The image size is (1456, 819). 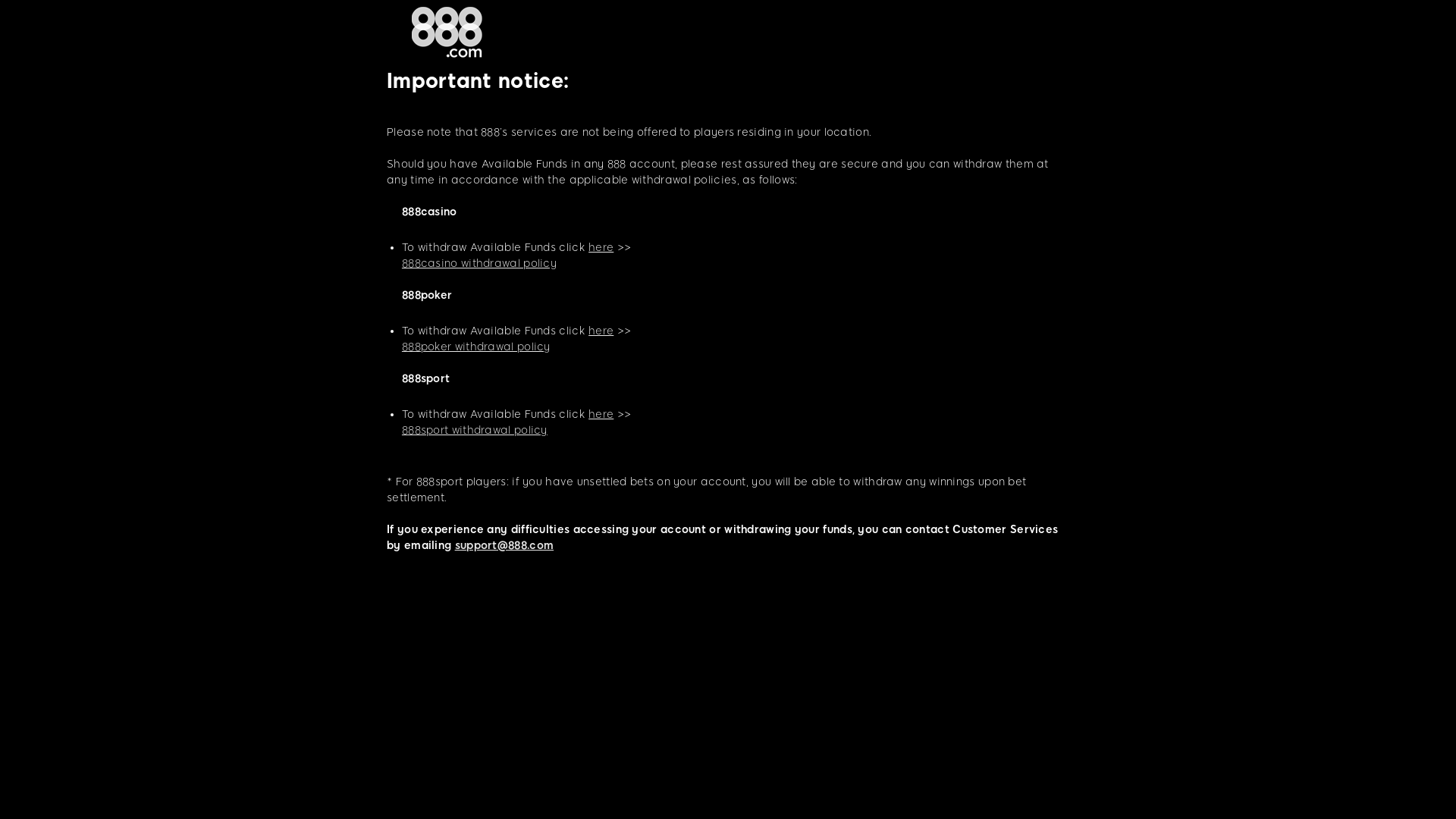 I want to click on 'here', so click(x=600, y=246).